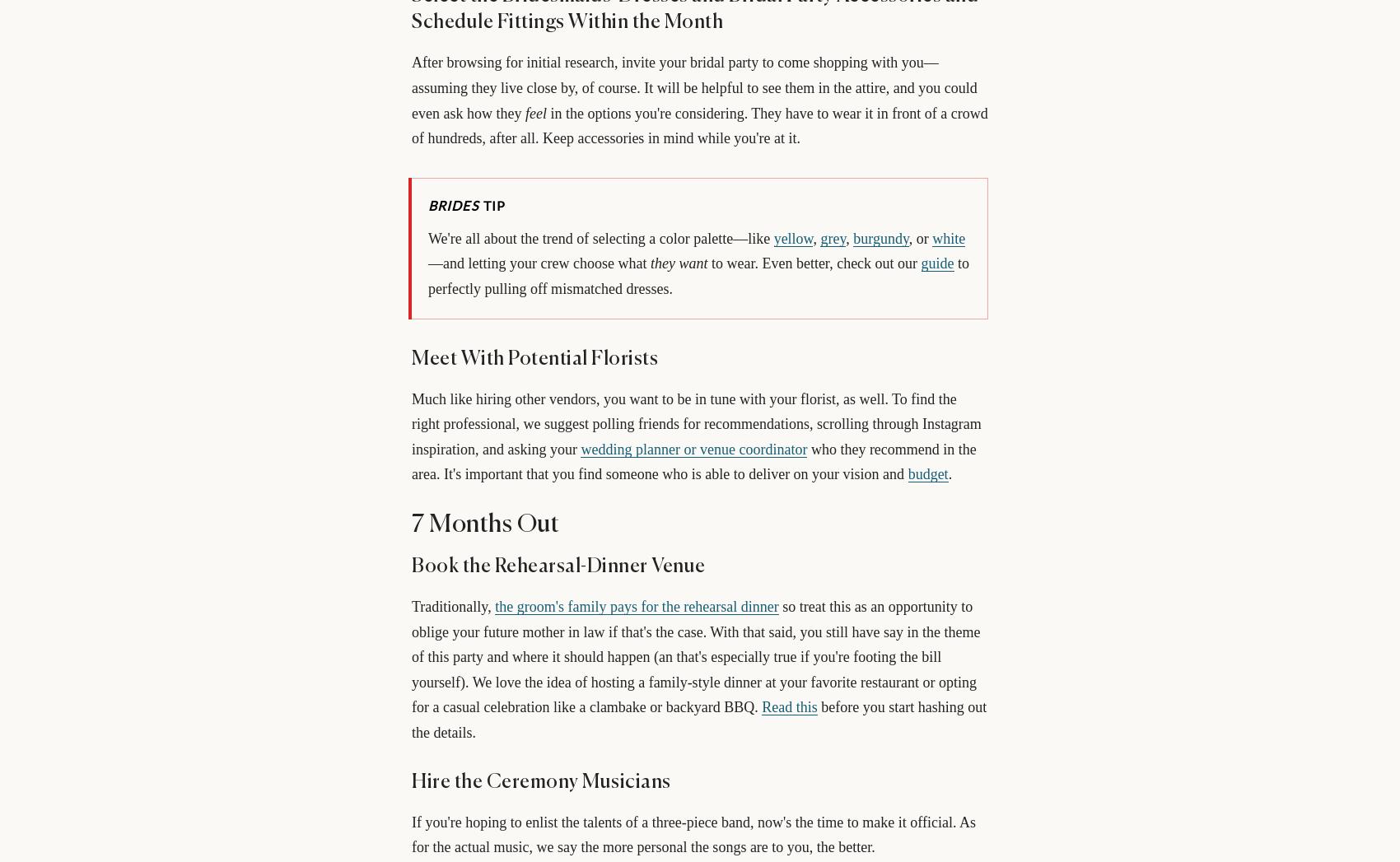 The image size is (1400, 862). What do you see at coordinates (695, 655) in the screenshot?
I see `'so treat this as an opportunity to oblige your future mother in law if that's the case. With that said, you still have say in the theme of this party and where it should happen (an that's especially true if you're footing the bill yourself). We love the idea of hosting a family-style dinner at your favorite restaurant or opting for a casual celebration like a clambake or backyard BBQ.'` at bounding box center [695, 655].